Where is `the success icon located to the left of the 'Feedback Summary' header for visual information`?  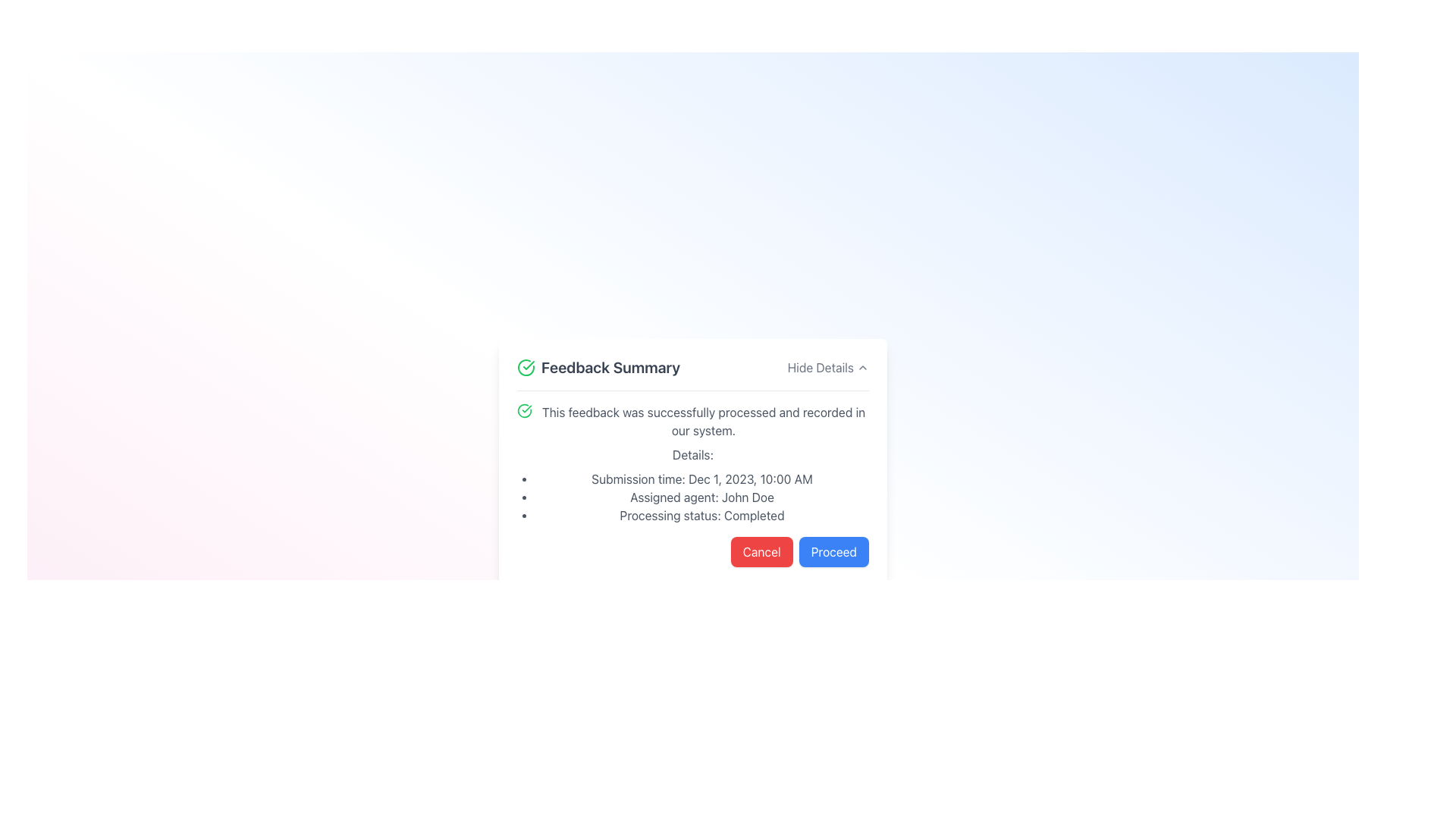 the success icon located to the left of the 'Feedback Summary' header for visual information is located at coordinates (526, 366).